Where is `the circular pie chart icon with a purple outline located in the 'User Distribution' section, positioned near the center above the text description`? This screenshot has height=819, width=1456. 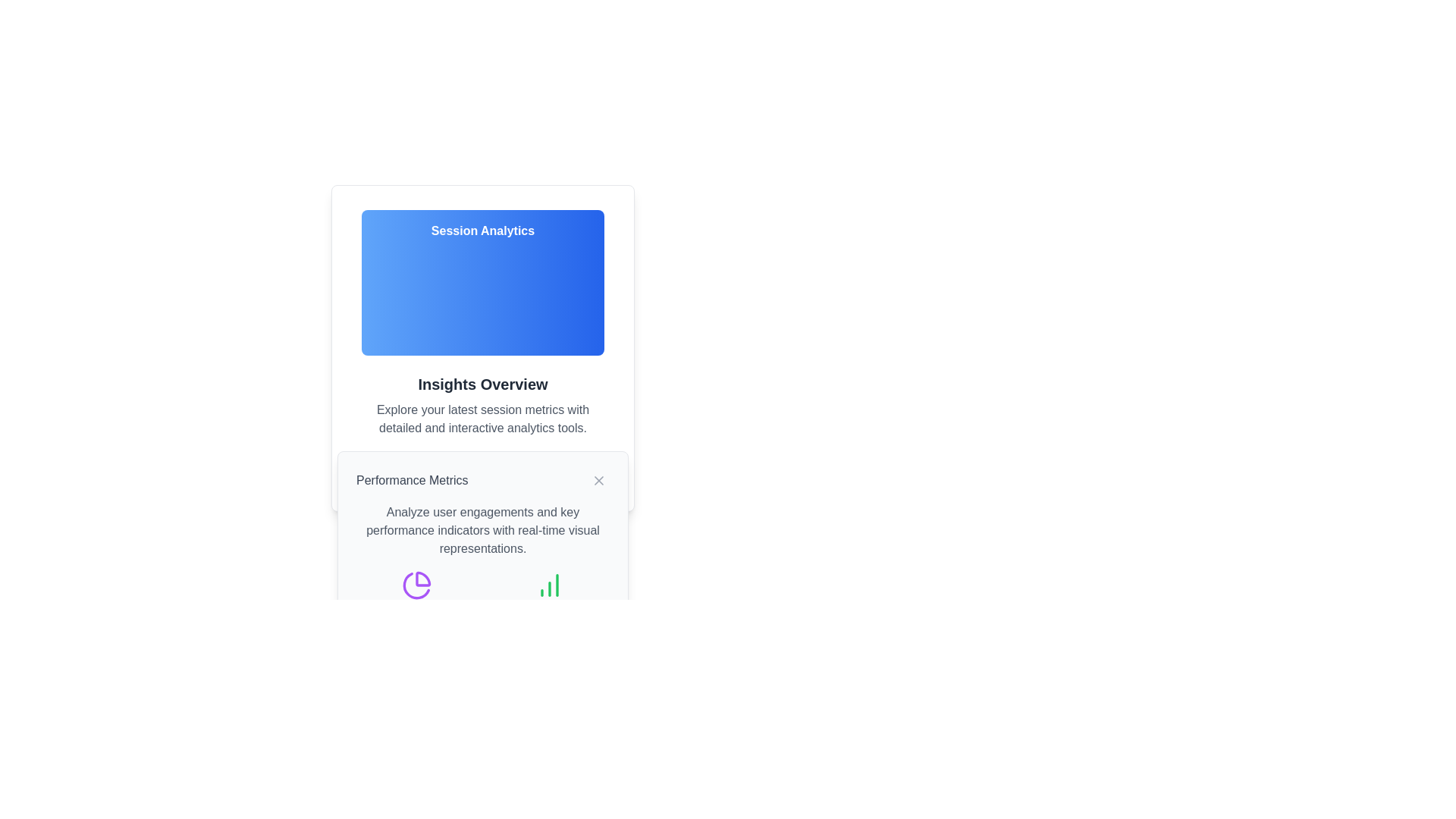
the circular pie chart icon with a purple outline located in the 'User Distribution' section, positioned near the center above the text description is located at coordinates (416, 584).